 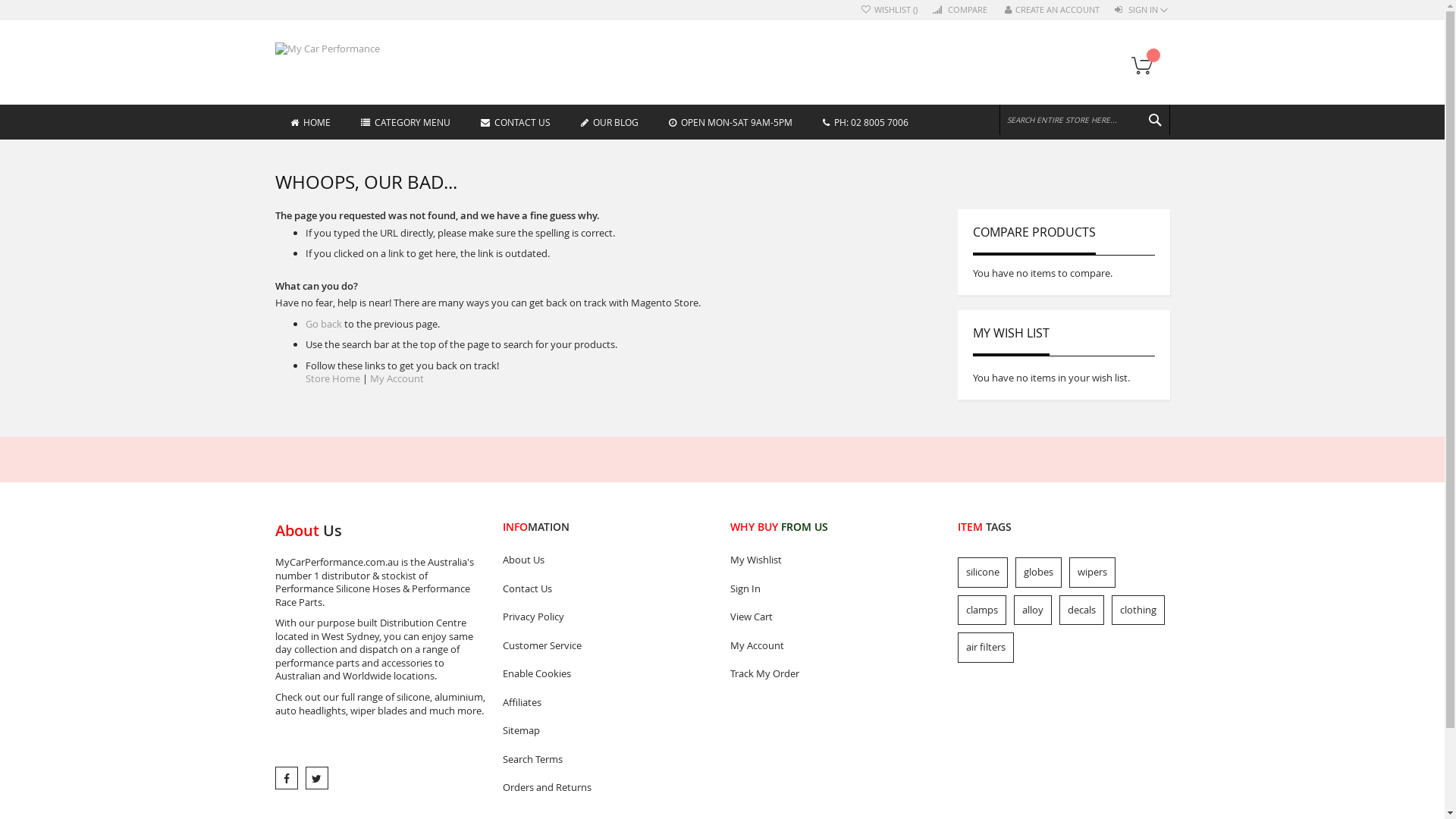 What do you see at coordinates (730, 121) in the screenshot?
I see `'OPEN MON-SAT 9AM-5PM'` at bounding box center [730, 121].